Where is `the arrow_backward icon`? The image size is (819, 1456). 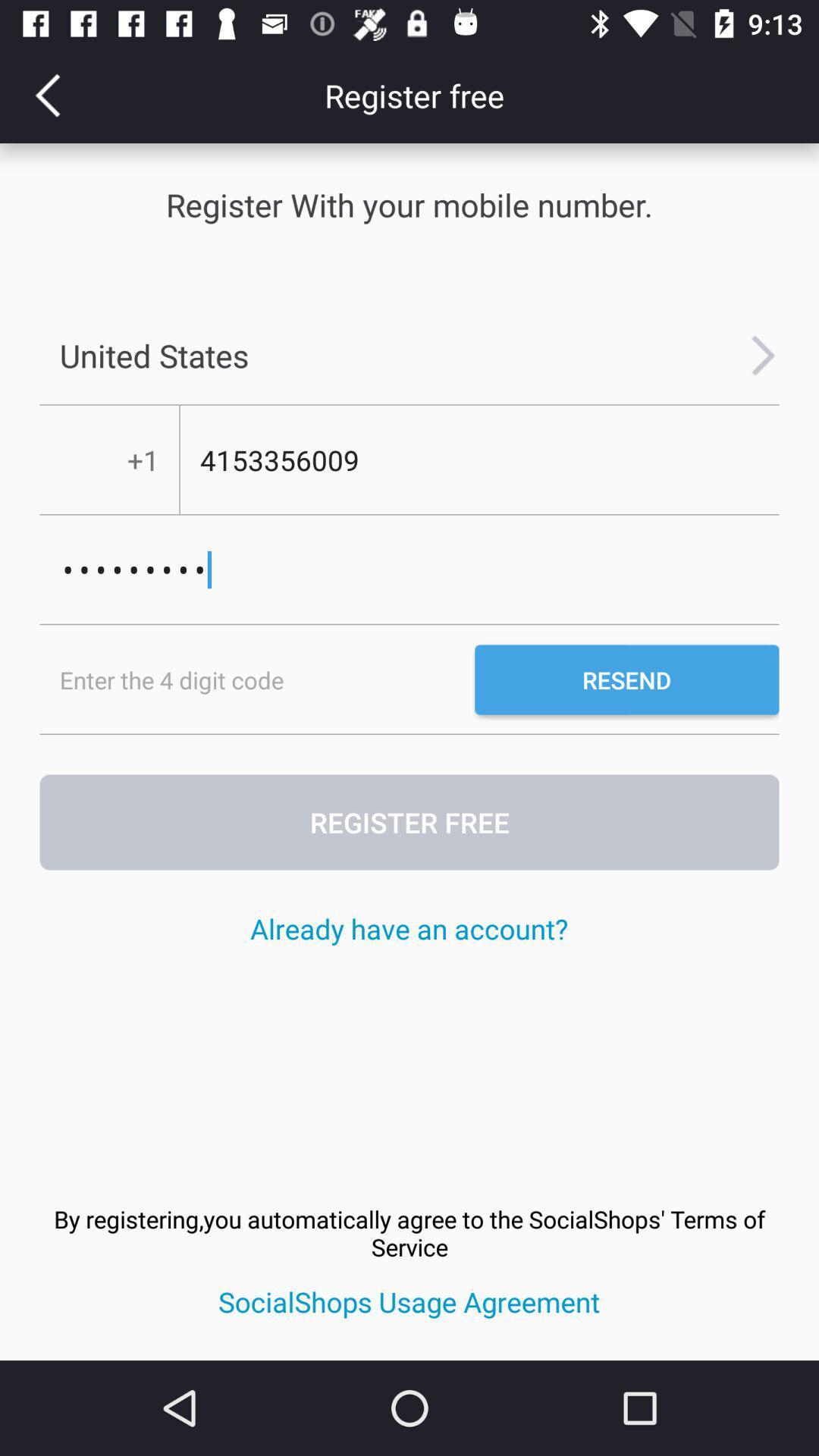 the arrow_backward icon is located at coordinates (46, 94).